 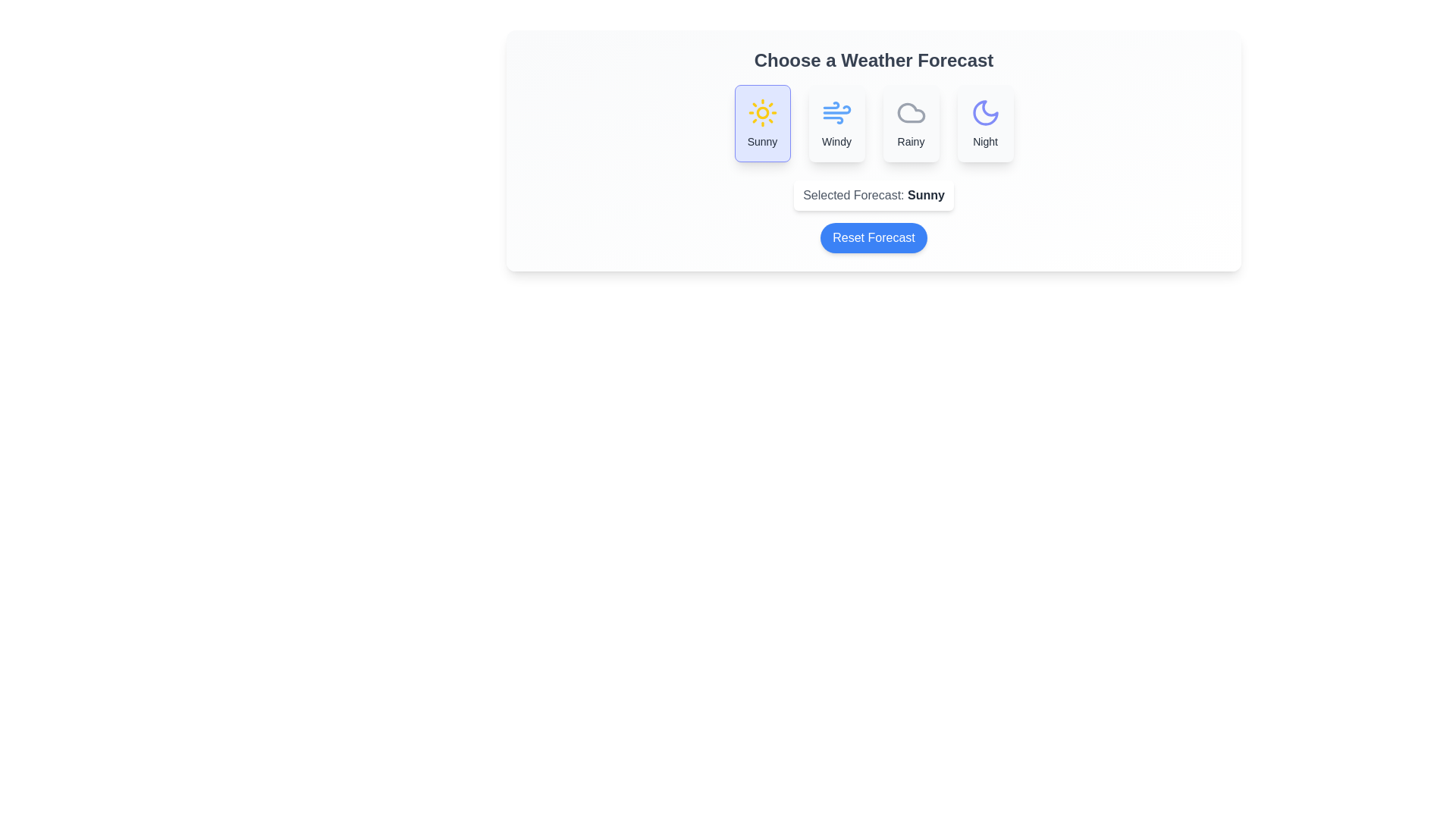 What do you see at coordinates (762, 122) in the screenshot?
I see `the forecast option Sunny by clicking on the corresponding button` at bounding box center [762, 122].